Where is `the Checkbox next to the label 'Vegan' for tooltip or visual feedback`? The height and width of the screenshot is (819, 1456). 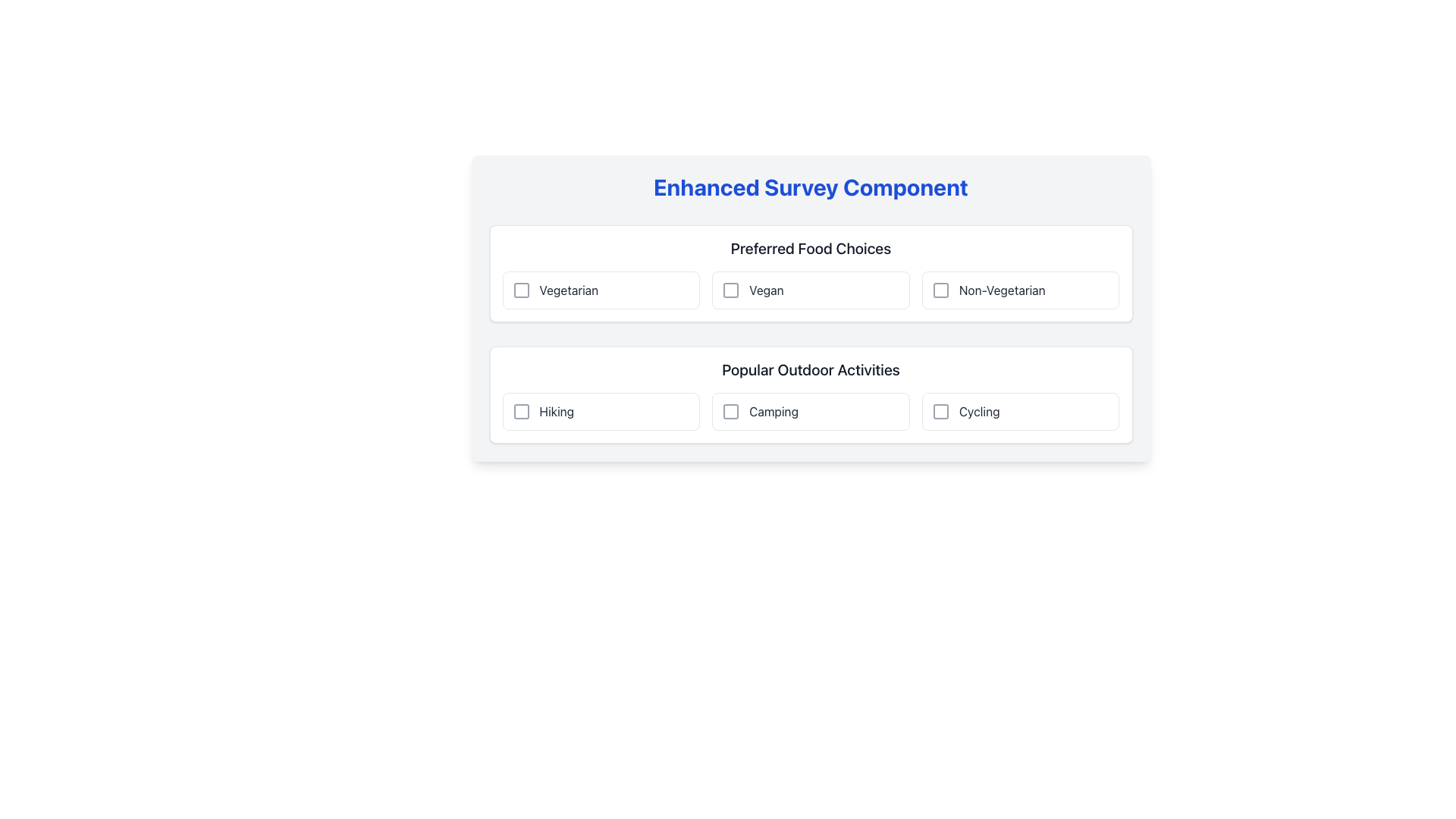 the Checkbox next to the label 'Vegan' for tooltip or visual feedback is located at coordinates (731, 290).